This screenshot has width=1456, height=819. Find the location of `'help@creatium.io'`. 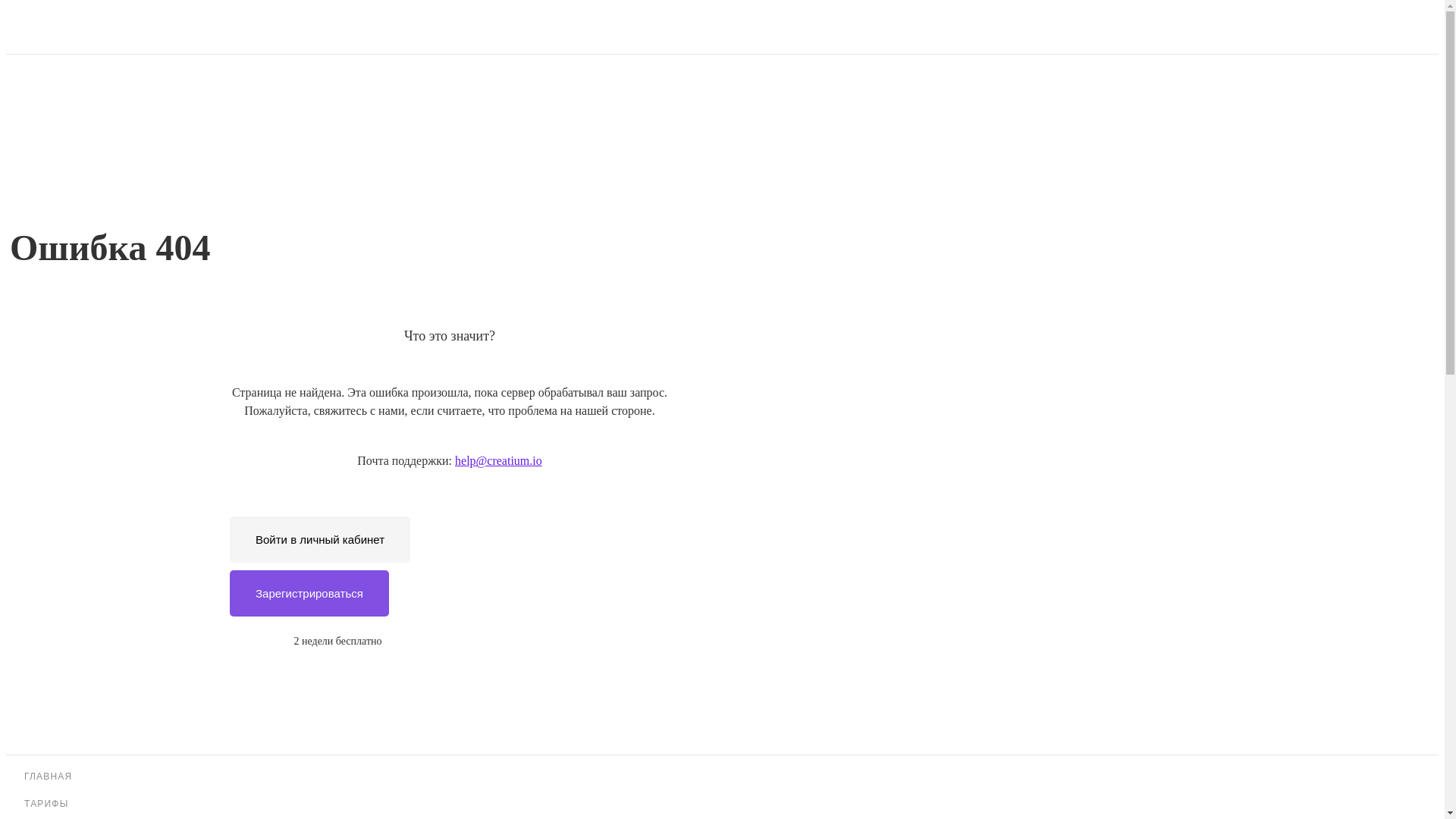

'help@creatium.io' is located at coordinates (498, 460).